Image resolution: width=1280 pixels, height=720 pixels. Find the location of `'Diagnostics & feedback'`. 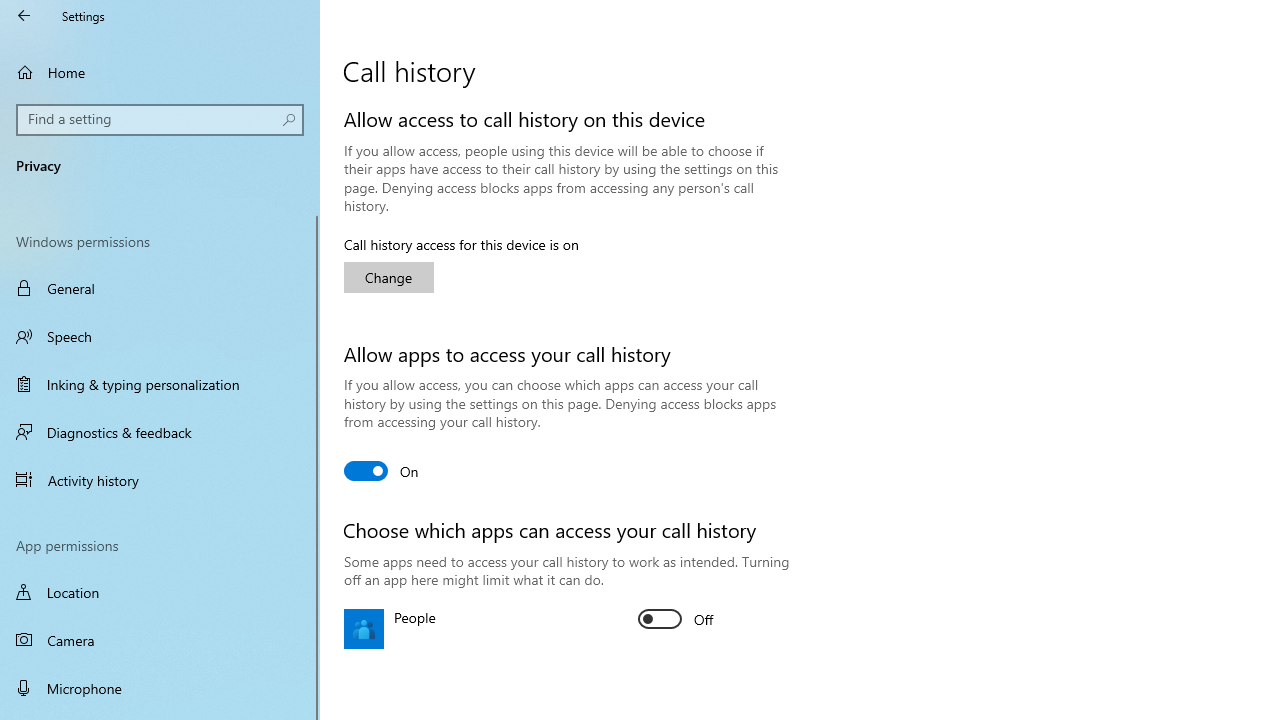

'Diagnostics & feedback' is located at coordinates (160, 431).